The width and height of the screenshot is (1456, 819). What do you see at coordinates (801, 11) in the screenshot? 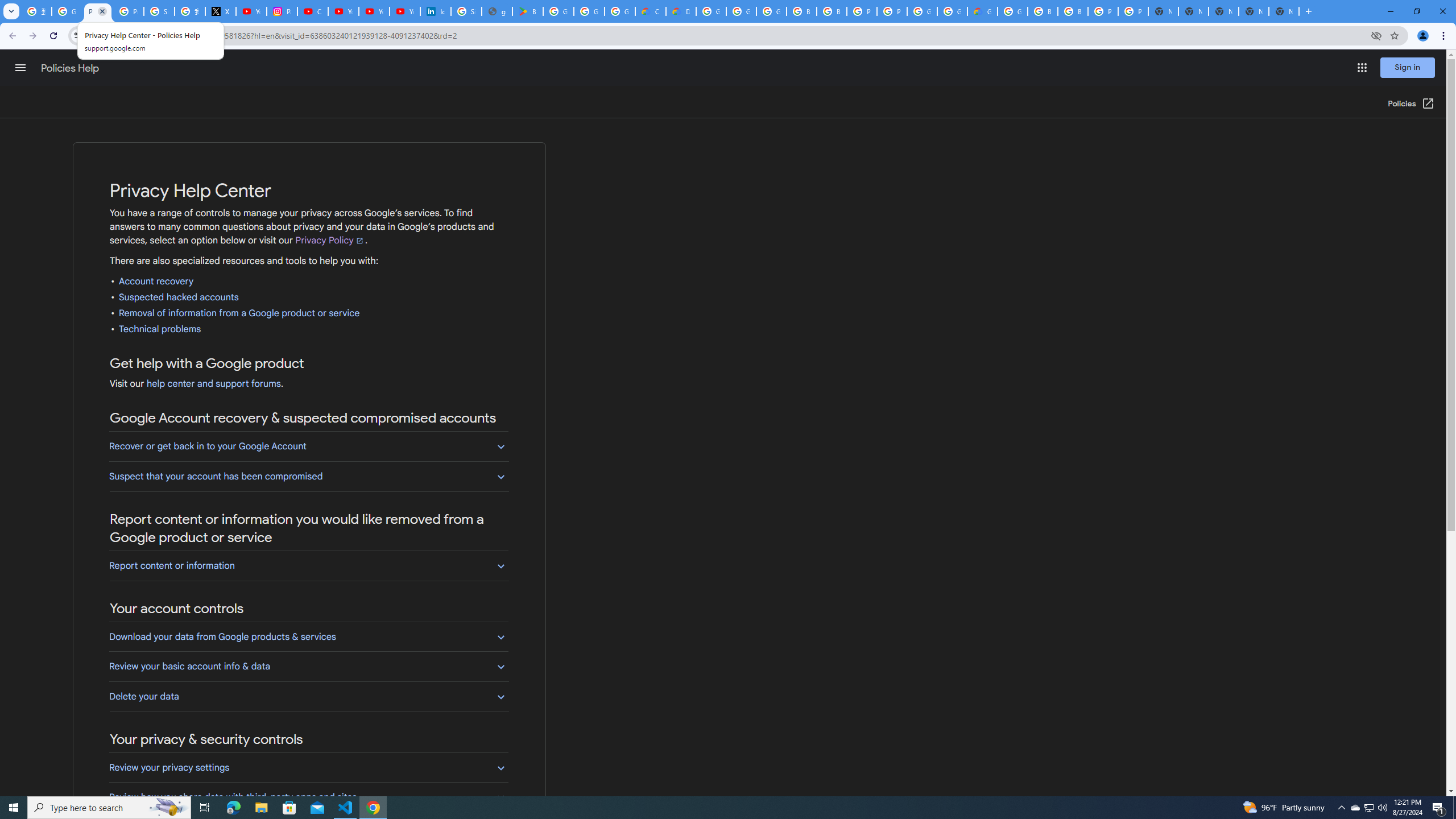
I see `'Browse Chrome as a guest - Computer - Google Chrome Help'` at bounding box center [801, 11].